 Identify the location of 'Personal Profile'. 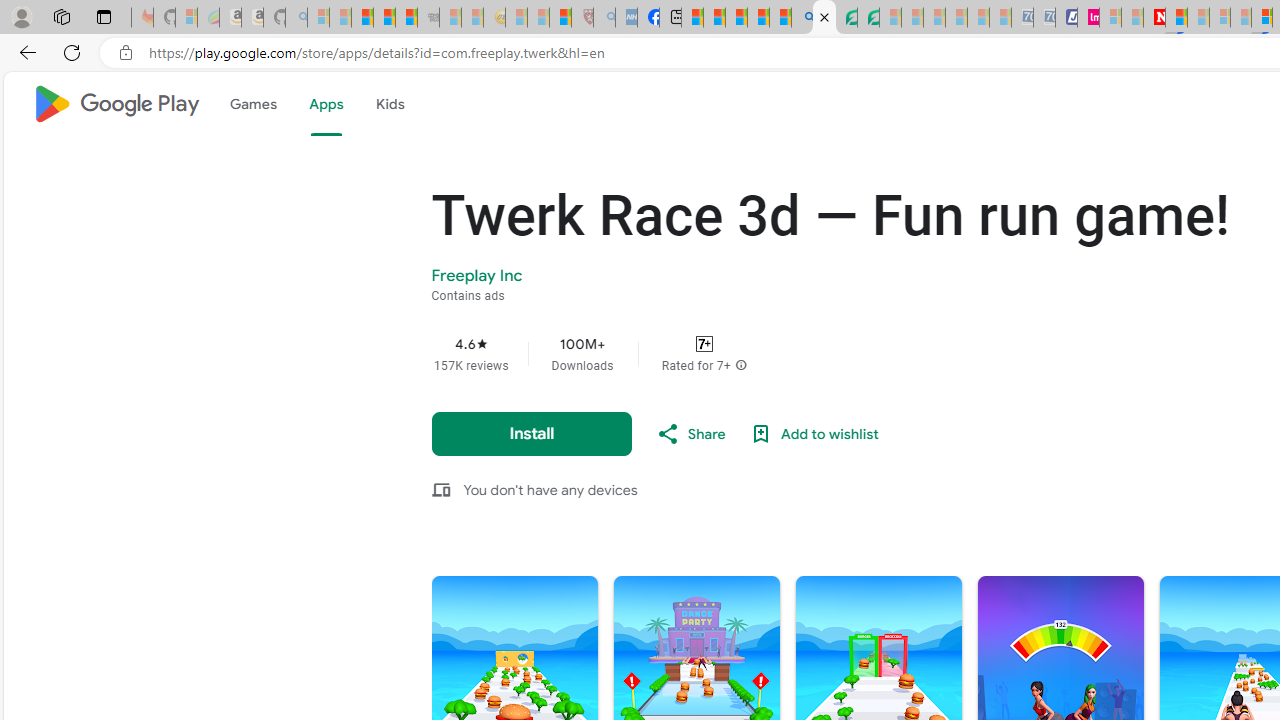
(21, 16).